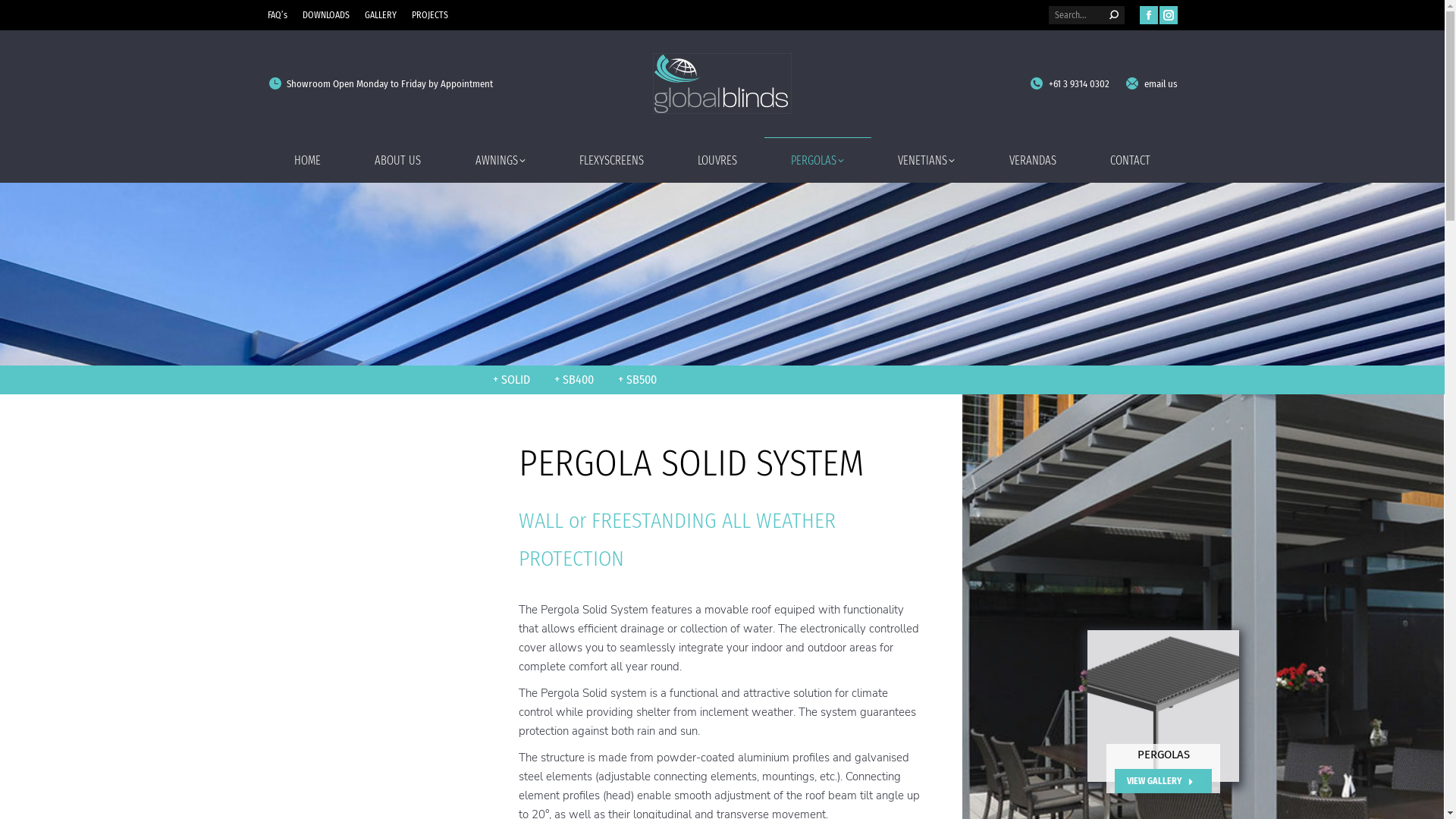  What do you see at coordinates (1163, 780) in the screenshot?
I see `'VIEW GALLERY'` at bounding box center [1163, 780].